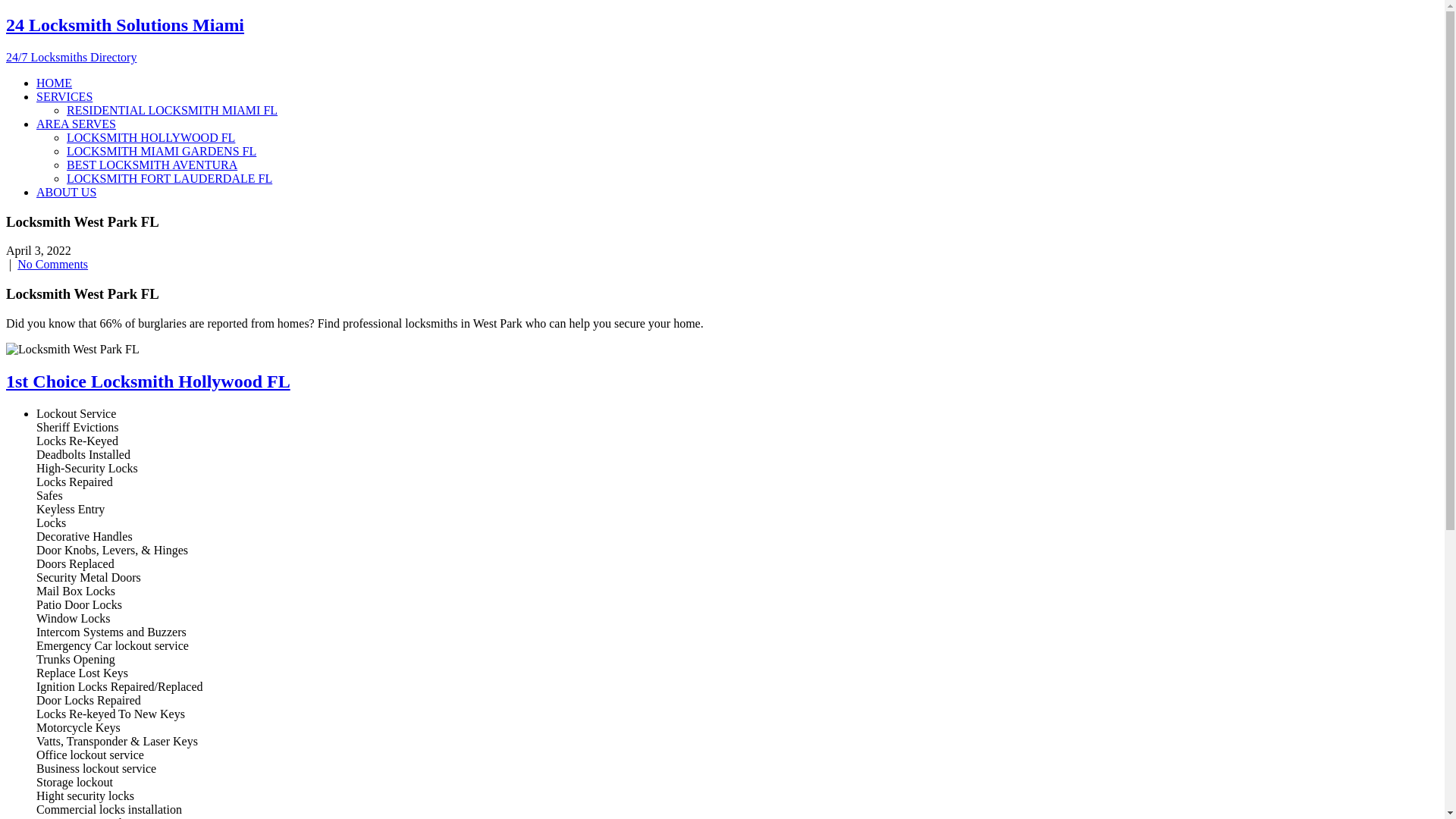  Describe the element at coordinates (75, 123) in the screenshot. I see `'AREA SERVES'` at that location.